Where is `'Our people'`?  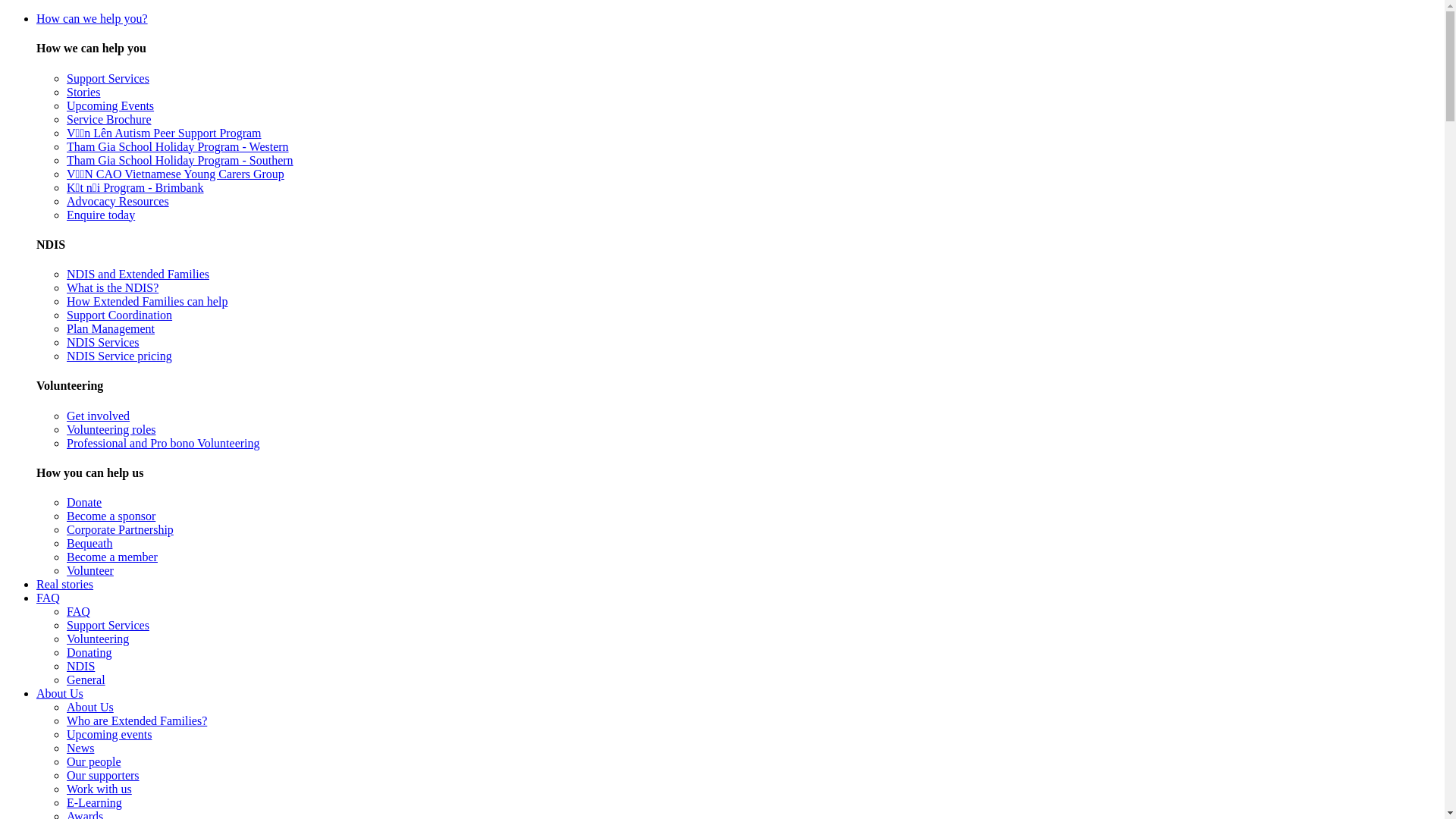
'Our people' is located at coordinates (93, 761).